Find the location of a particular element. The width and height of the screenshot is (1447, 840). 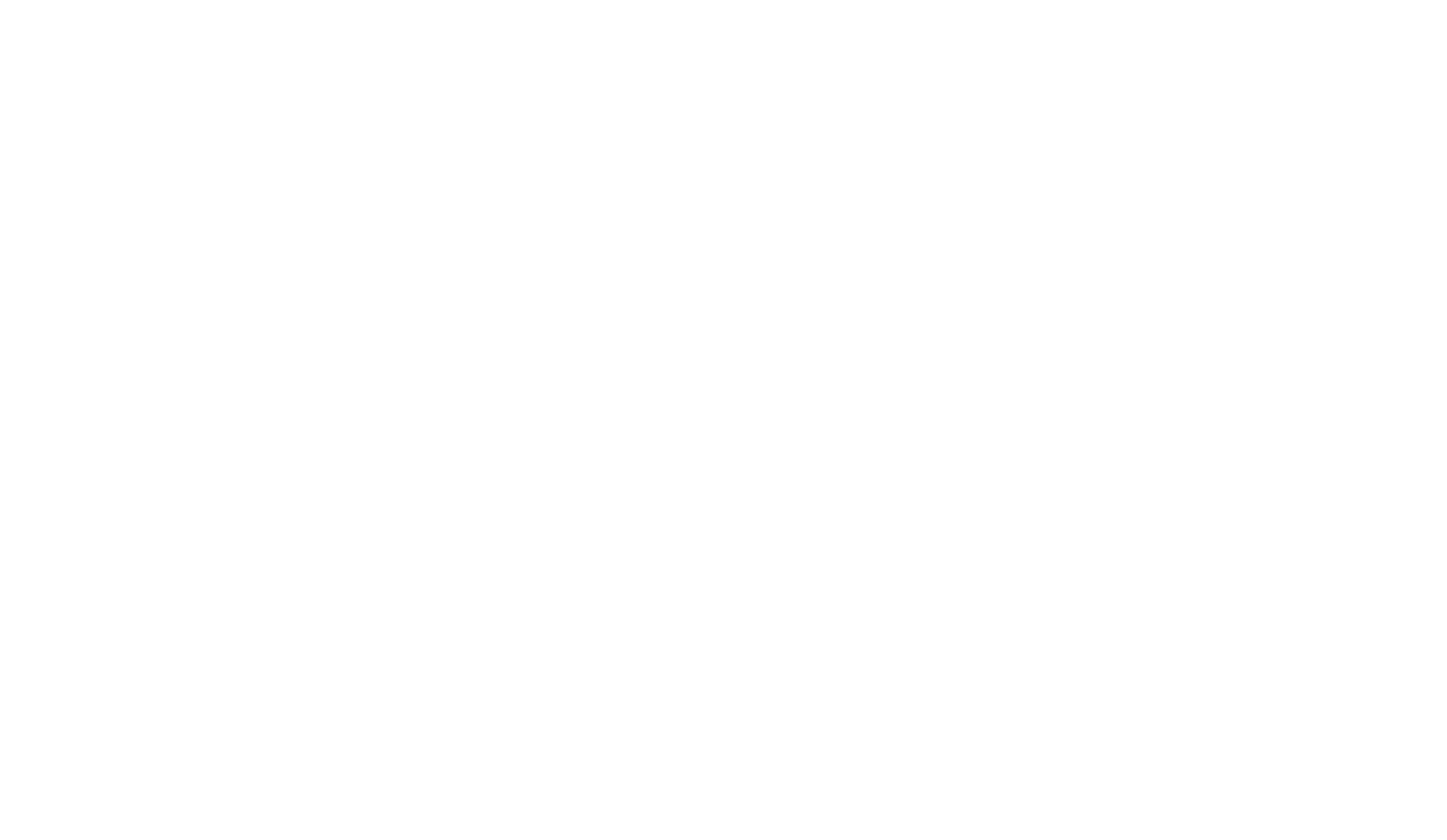

'Connemara' is located at coordinates (722, 120).